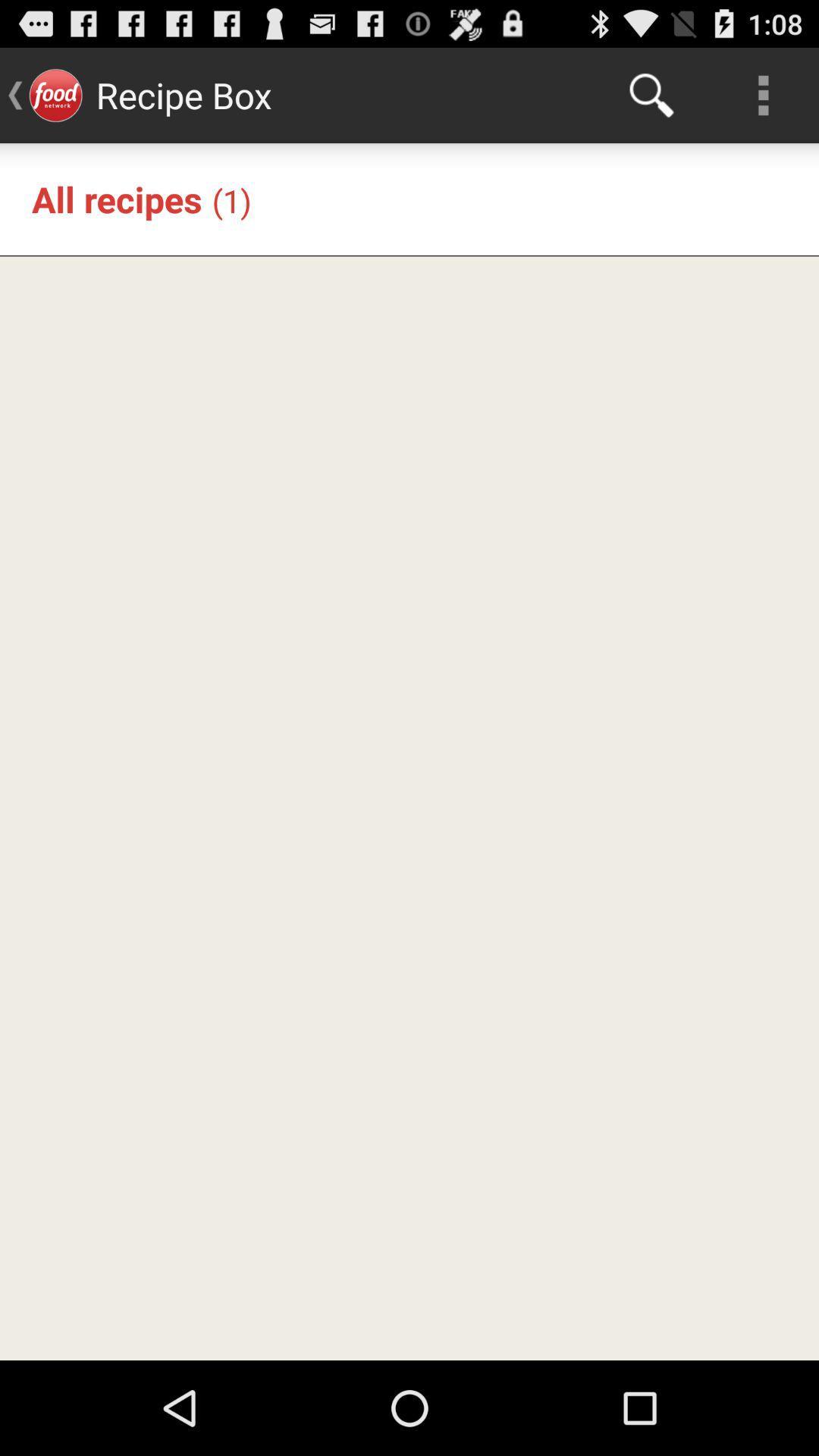 The image size is (819, 1456). I want to click on (1) item, so click(231, 199).